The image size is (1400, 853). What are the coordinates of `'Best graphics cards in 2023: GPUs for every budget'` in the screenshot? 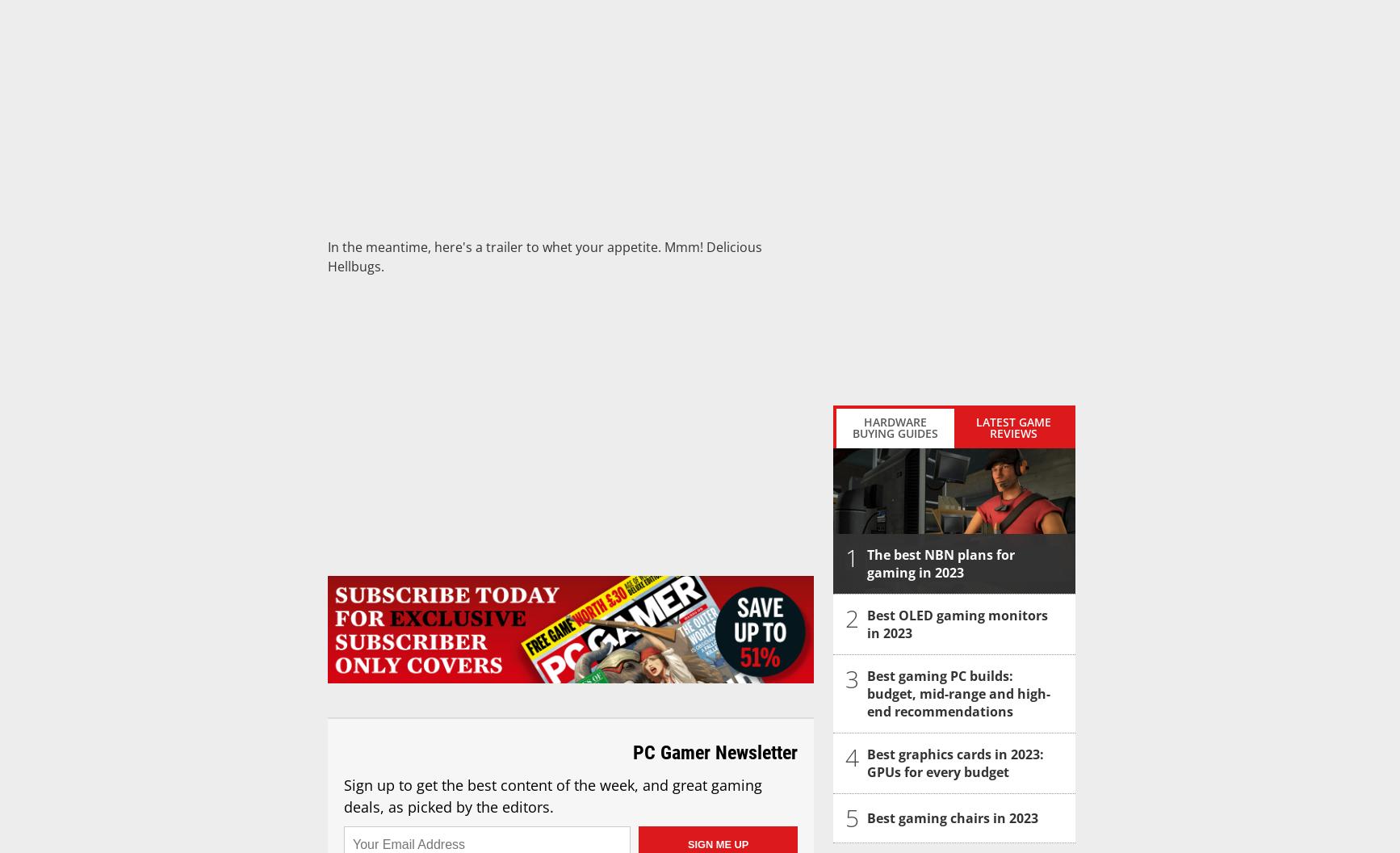 It's located at (955, 763).